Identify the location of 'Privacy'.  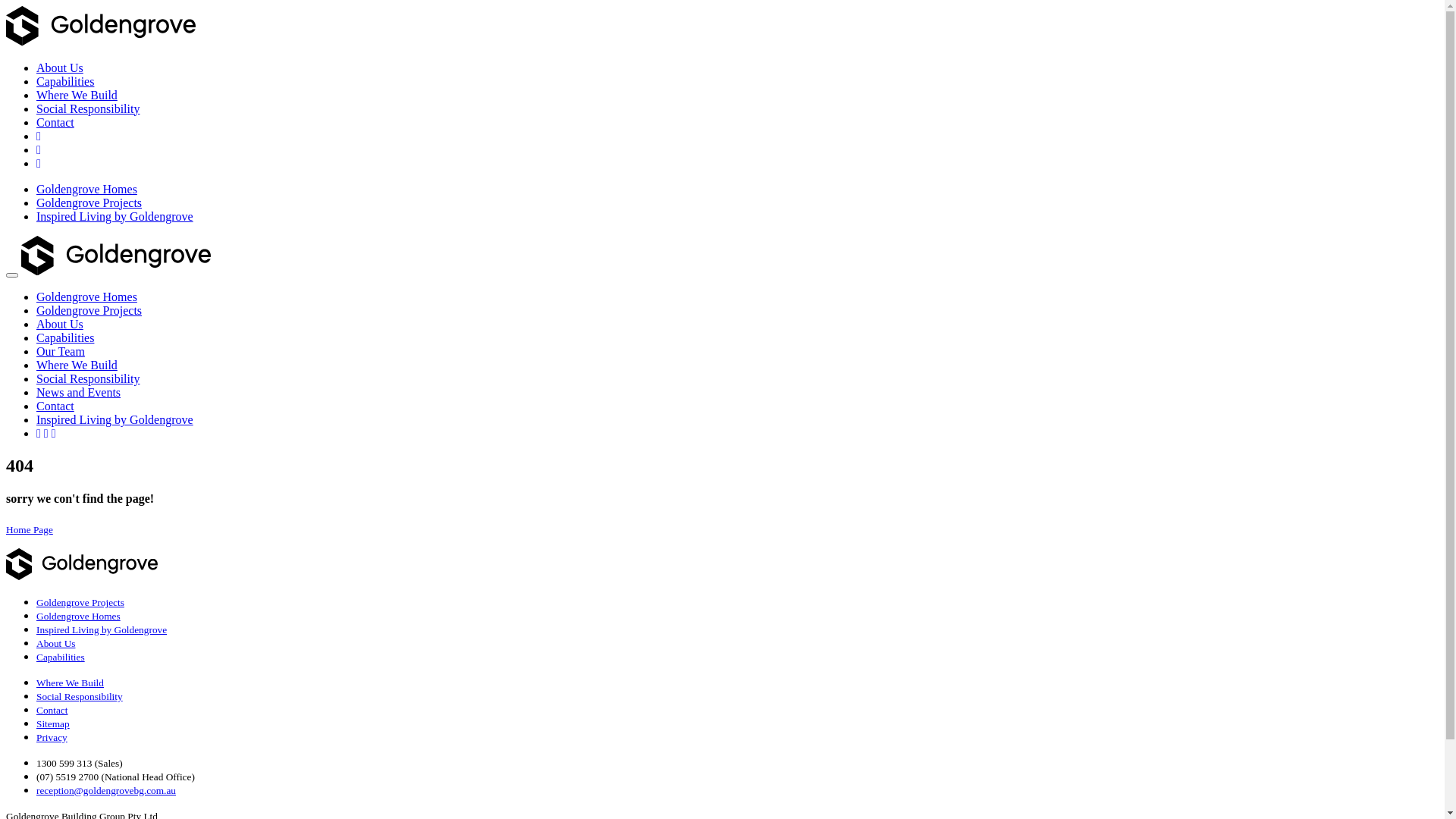
(36, 736).